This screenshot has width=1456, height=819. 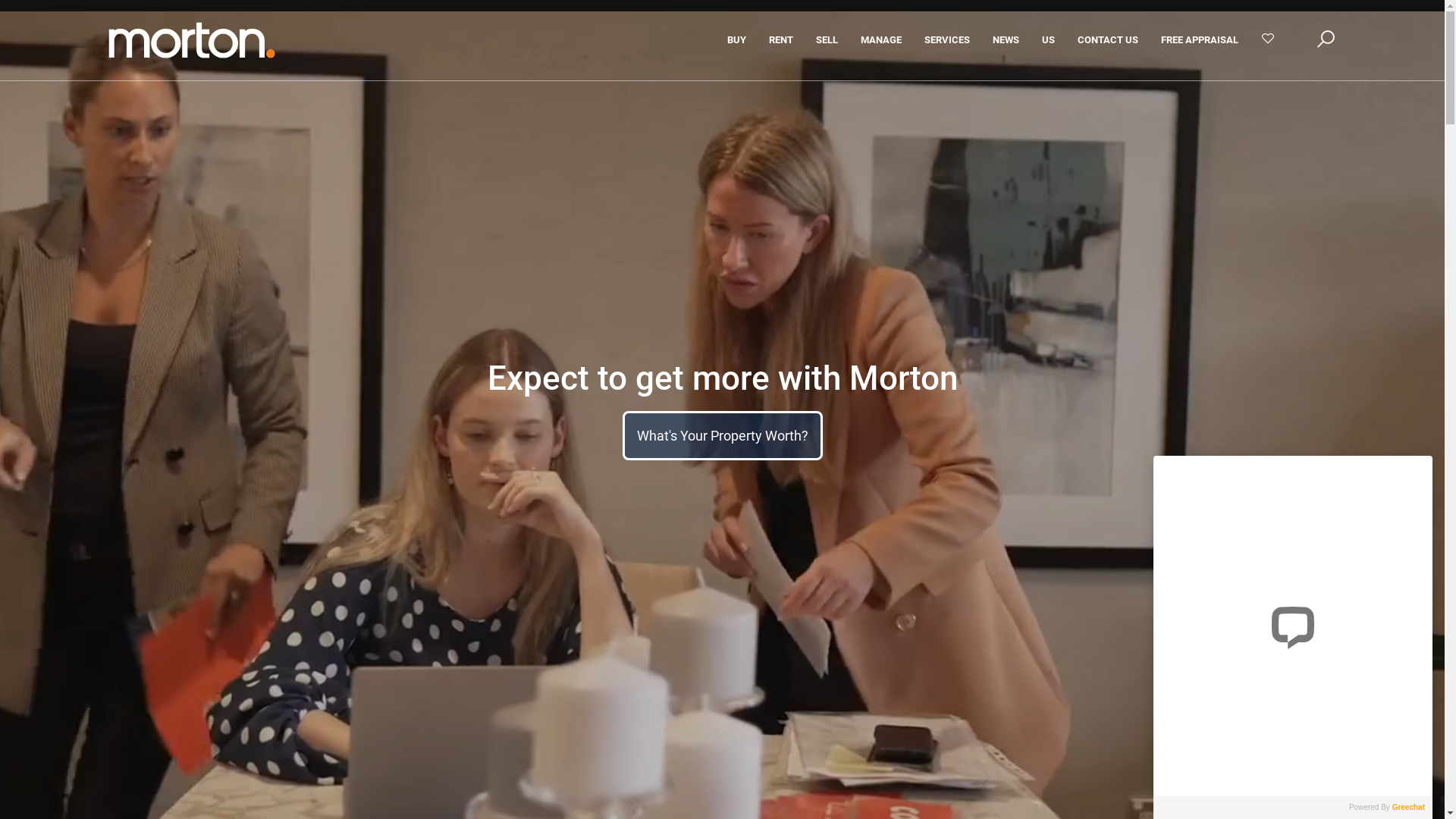 What do you see at coordinates (826, 39) in the screenshot?
I see `'SELL'` at bounding box center [826, 39].